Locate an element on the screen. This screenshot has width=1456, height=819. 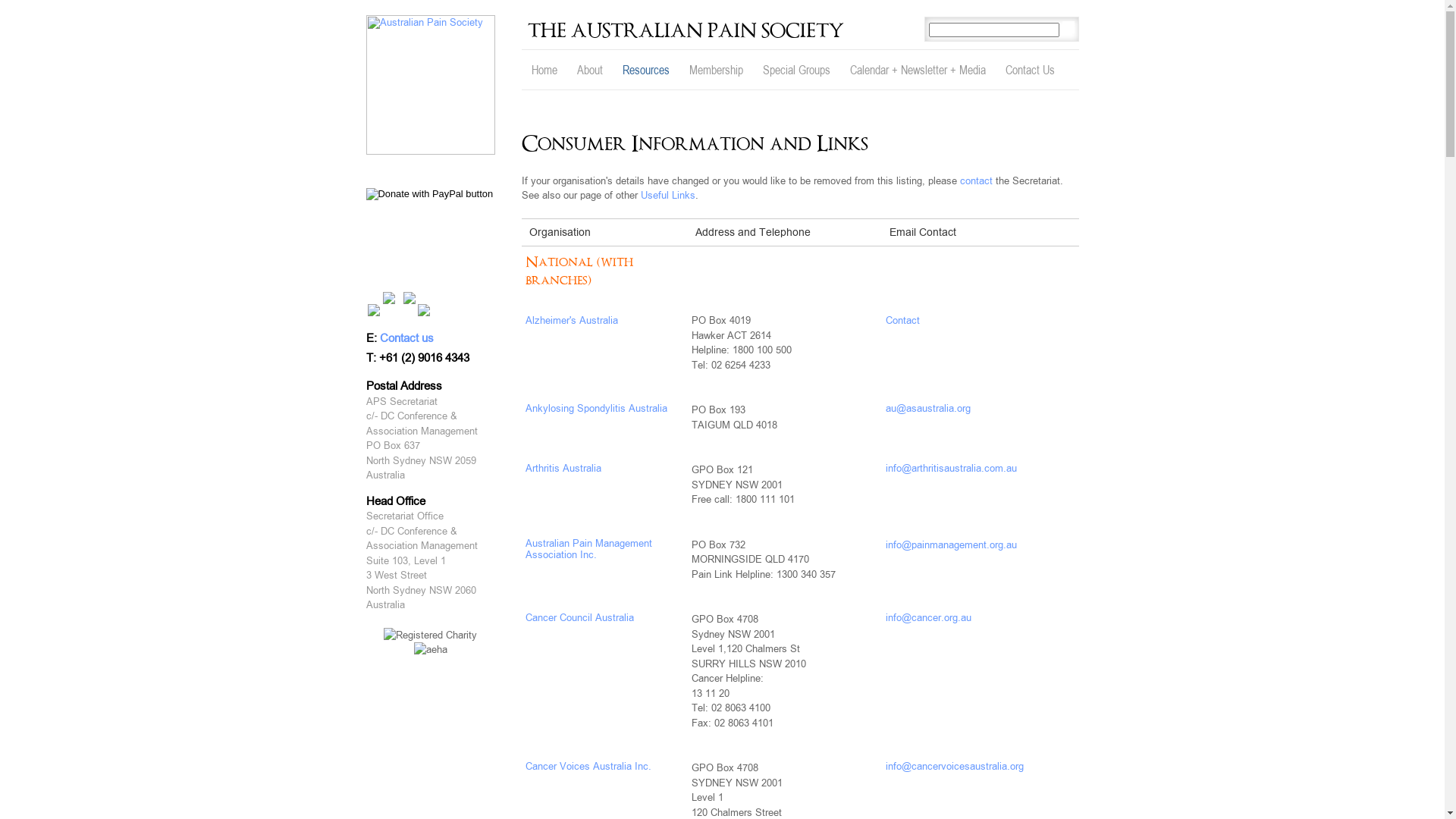
'About' is located at coordinates (566, 70).